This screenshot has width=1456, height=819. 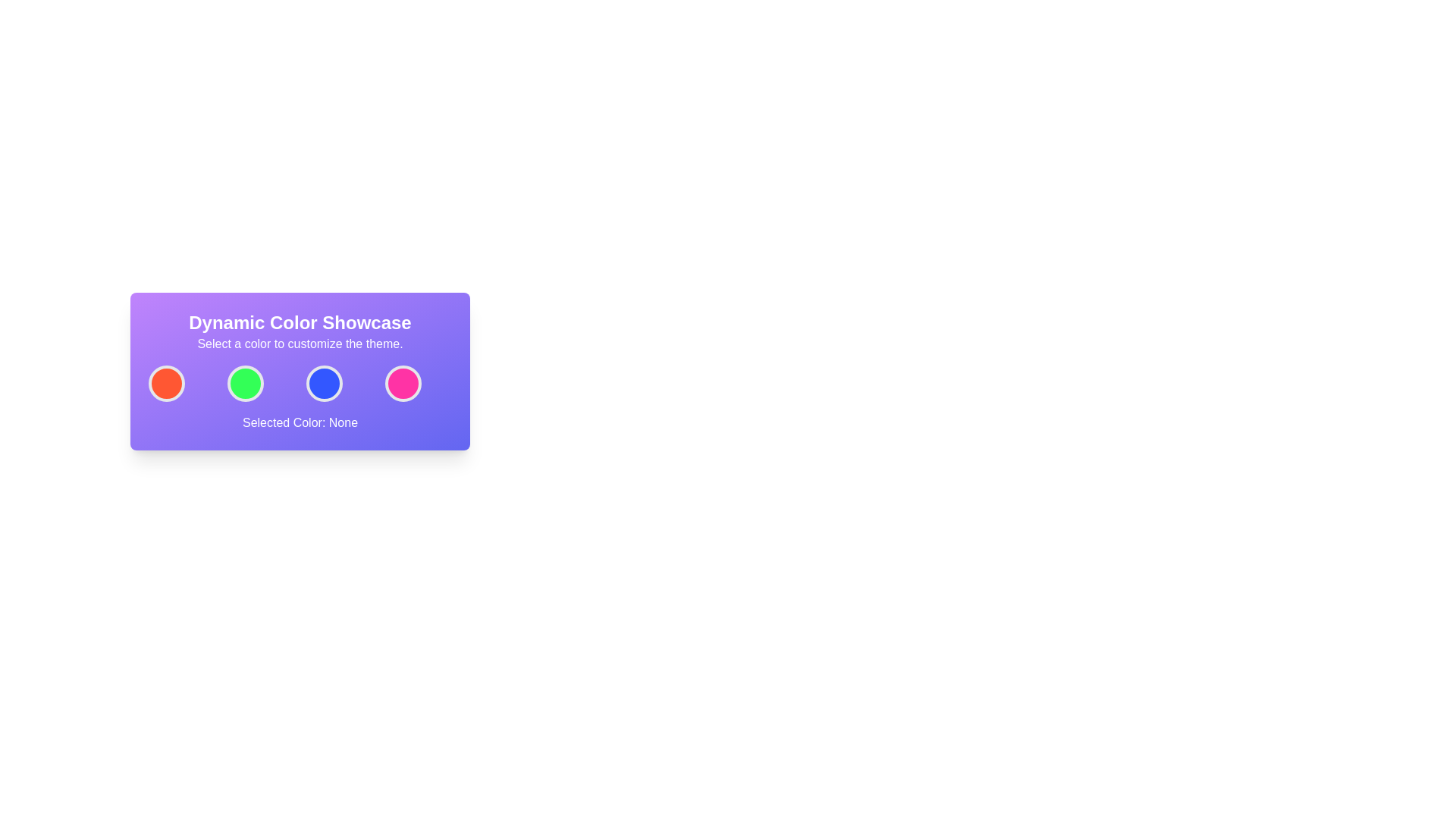 What do you see at coordinates (246, 382) in the screenshot?
I see `the second circular button with a green background and a white border located below the title 'Dynamic Color Showcase'` at bounding box center [246, 382].